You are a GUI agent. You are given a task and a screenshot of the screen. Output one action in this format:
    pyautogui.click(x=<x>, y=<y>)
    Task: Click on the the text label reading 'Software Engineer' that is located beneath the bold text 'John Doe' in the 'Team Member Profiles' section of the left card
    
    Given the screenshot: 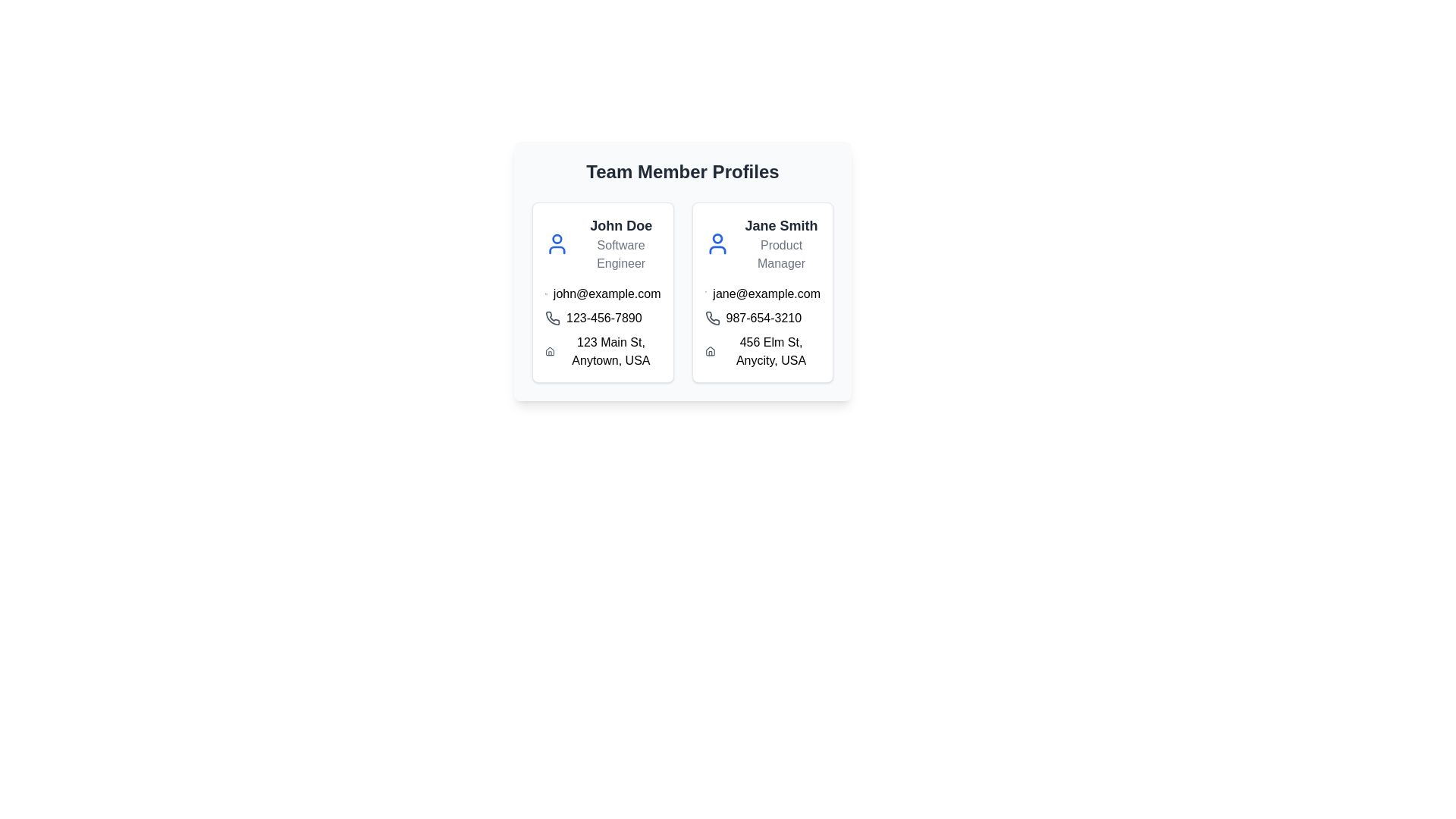 What is the action you would take?
    pyautogui.click(x=621, y=253)
    